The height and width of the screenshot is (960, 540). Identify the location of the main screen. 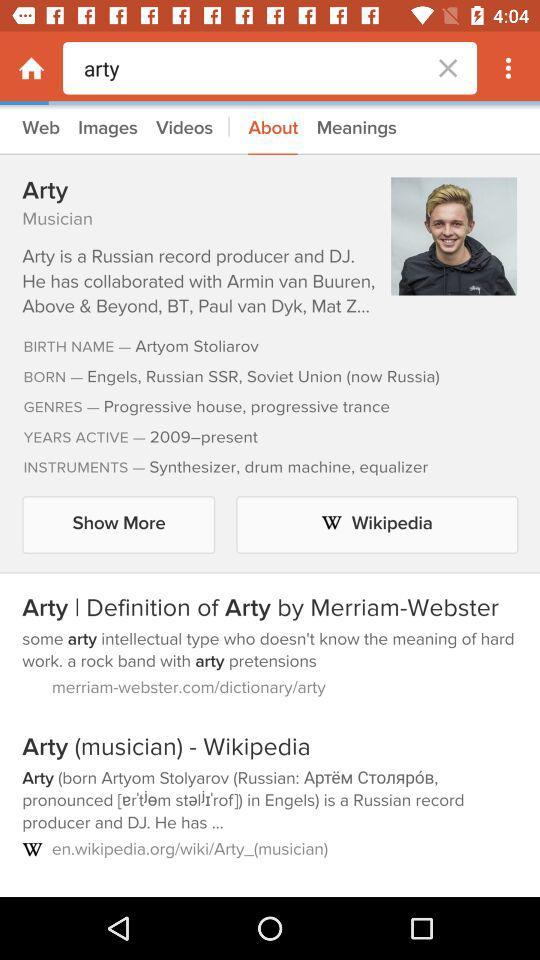
(30, 68).